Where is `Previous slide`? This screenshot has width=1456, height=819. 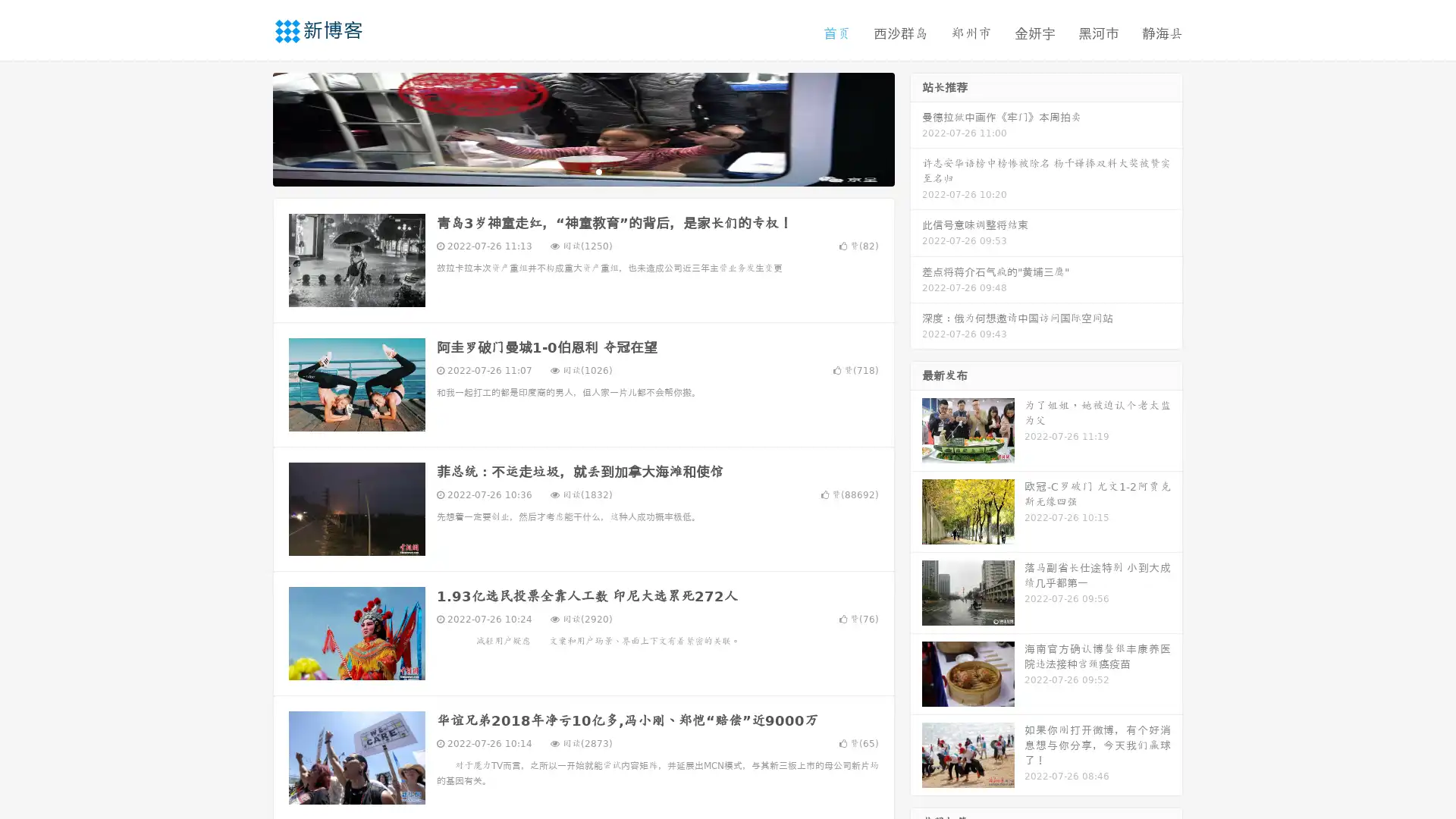
Previous slide is located at coordinates (250, 127).